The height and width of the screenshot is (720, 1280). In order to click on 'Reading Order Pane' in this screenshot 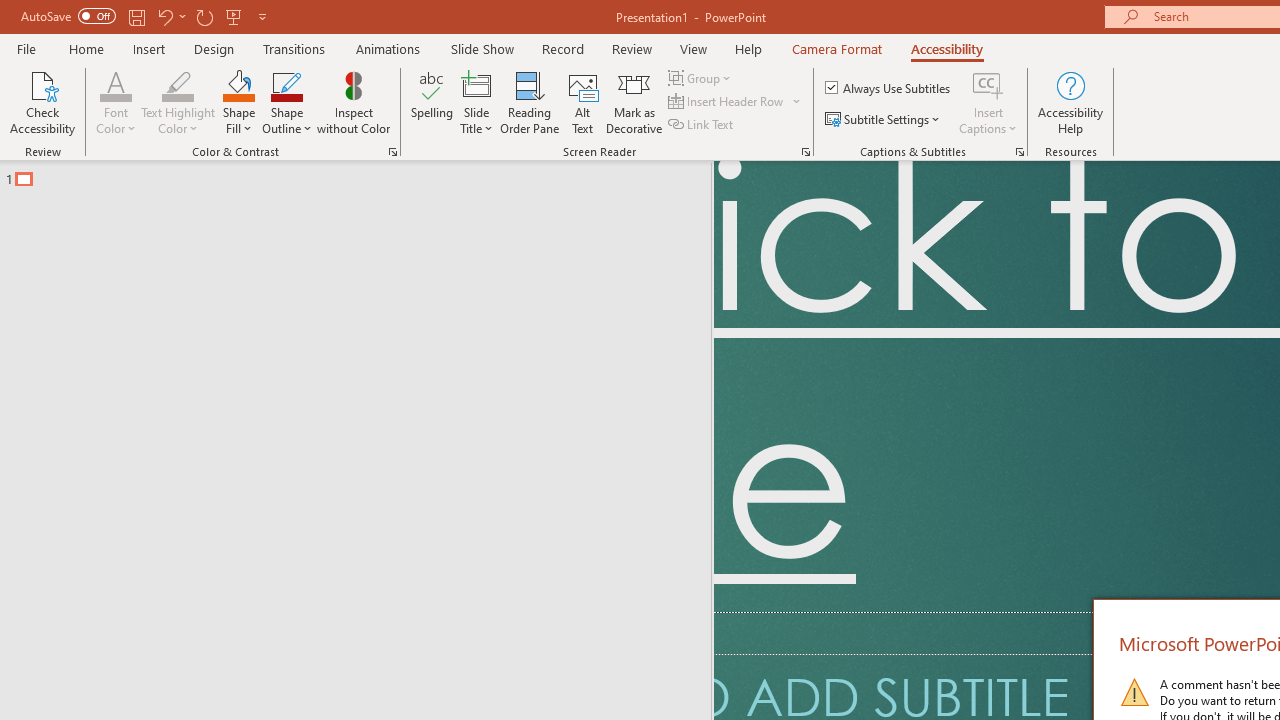, I will do `click(529, 103)`.